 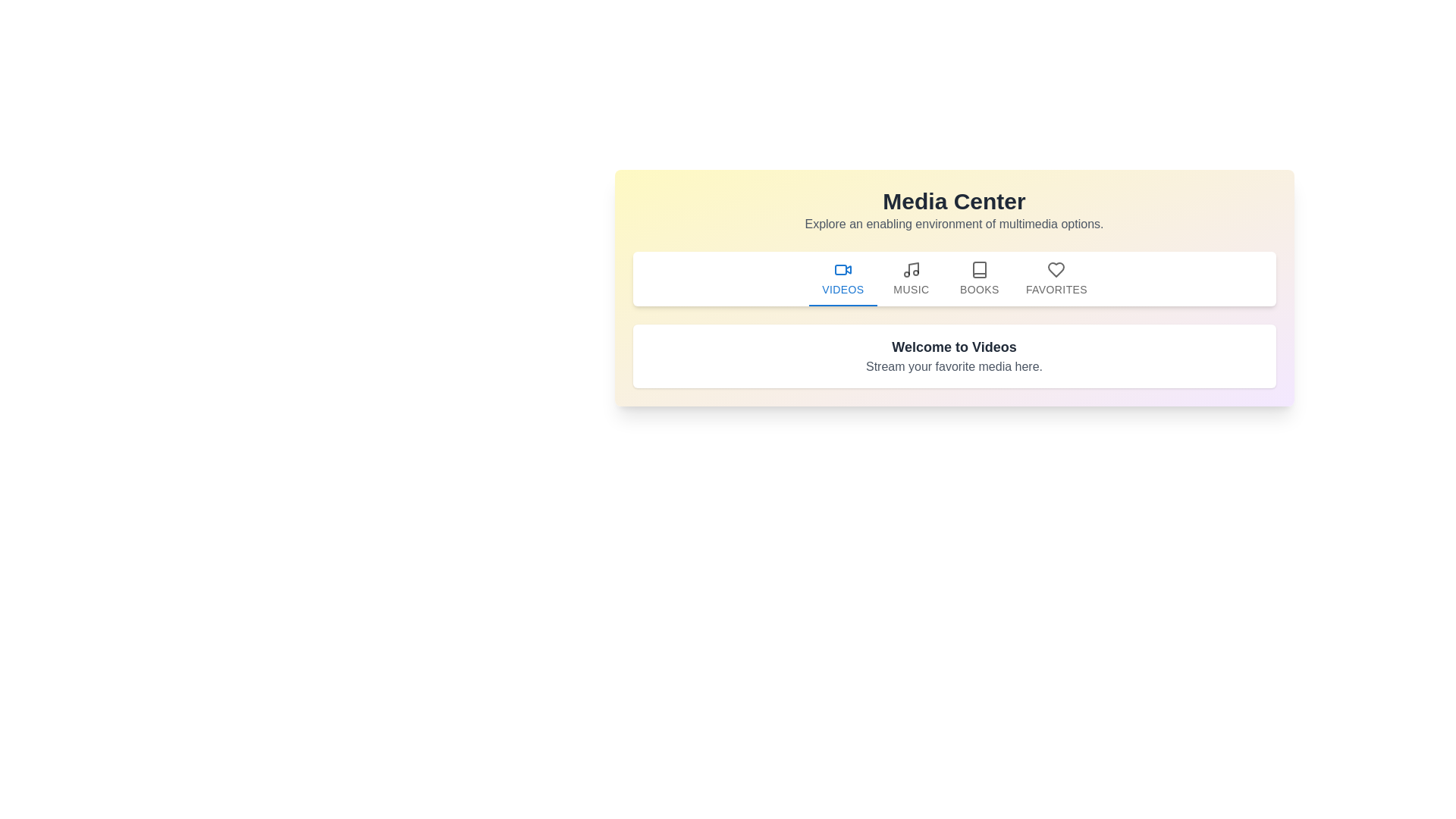 What do you see at coordinates (953, 366) in the screenshot?
I see `the static text label displaying 'Stream your favorite media here.' which is located below the title 'Welcome to Videos'` at bounding box center [953, 366].